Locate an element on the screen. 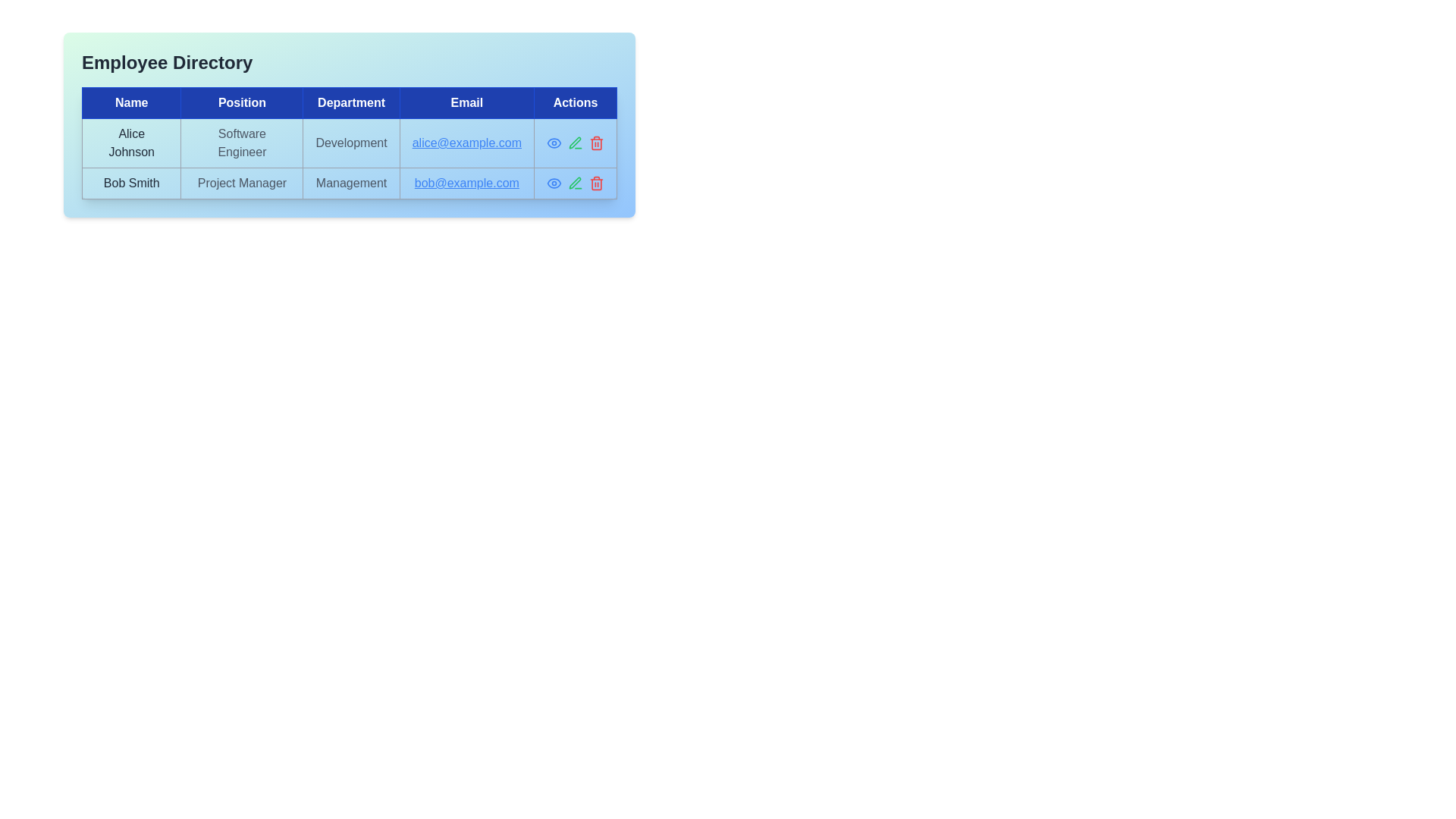 Image resolution: width=1456 pixels, height=819 pixels. the hyperlink in the employee directory table under the 'Email' heading, aligned with 'Bob Smith' is located at coordinates (466, 183).